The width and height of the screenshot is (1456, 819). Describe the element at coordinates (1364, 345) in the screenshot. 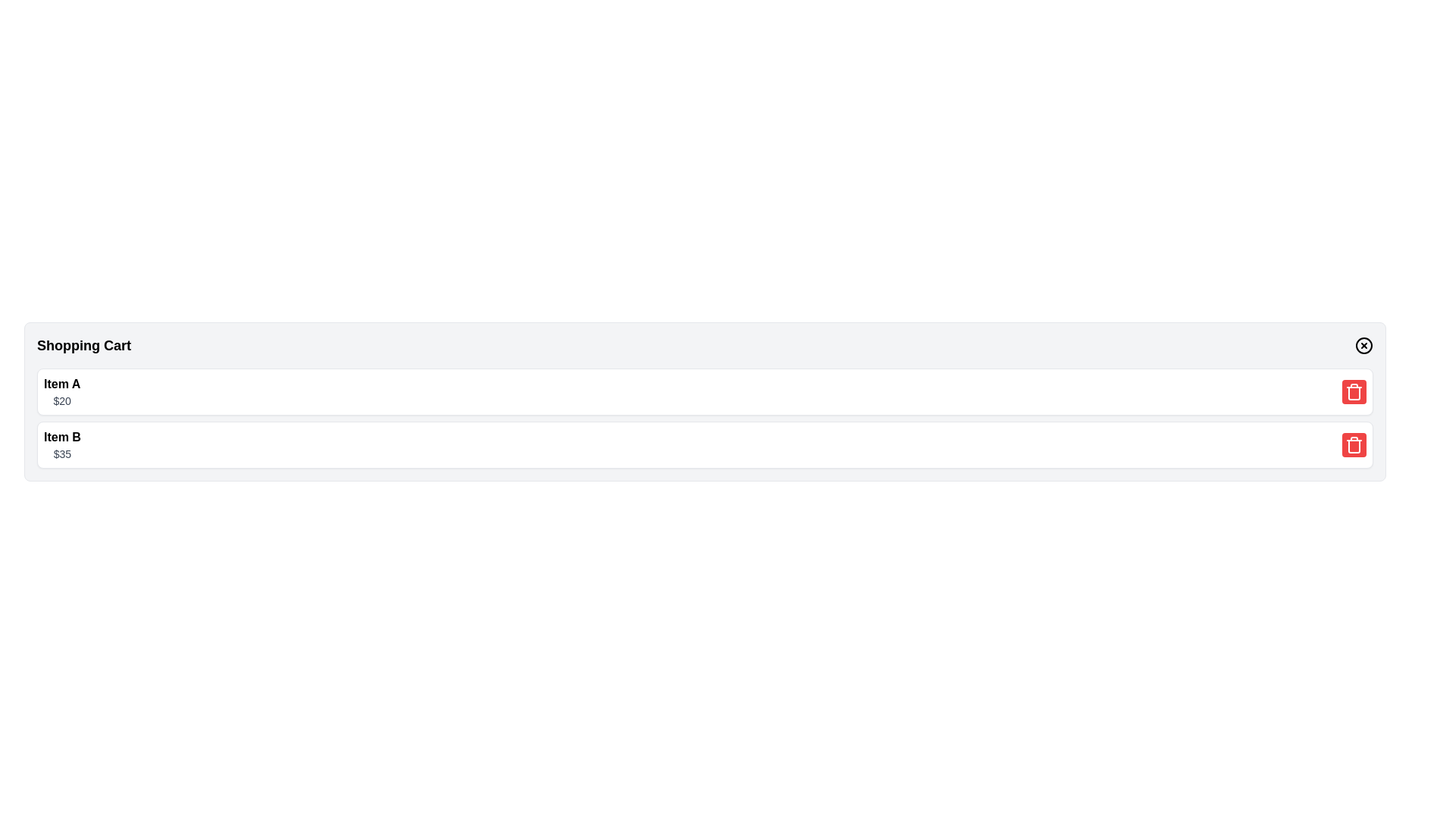

I see `the close button located in the top-right corner of the Shopping Cart header section to minimize or hide the Shopping Cart interface` at that location.